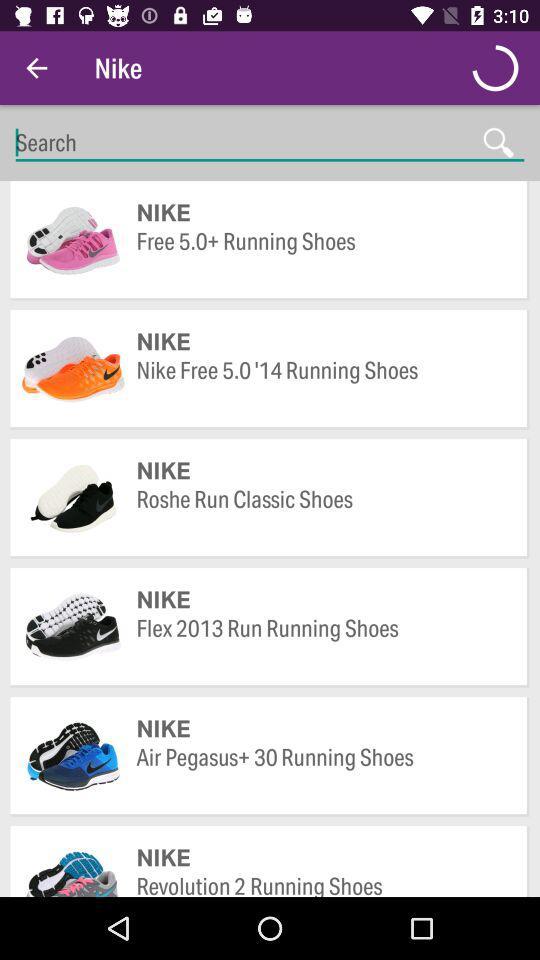 The width and height of the screenshot is (540, 960). I want to click on the item below the nike icon, so click(322, 642).